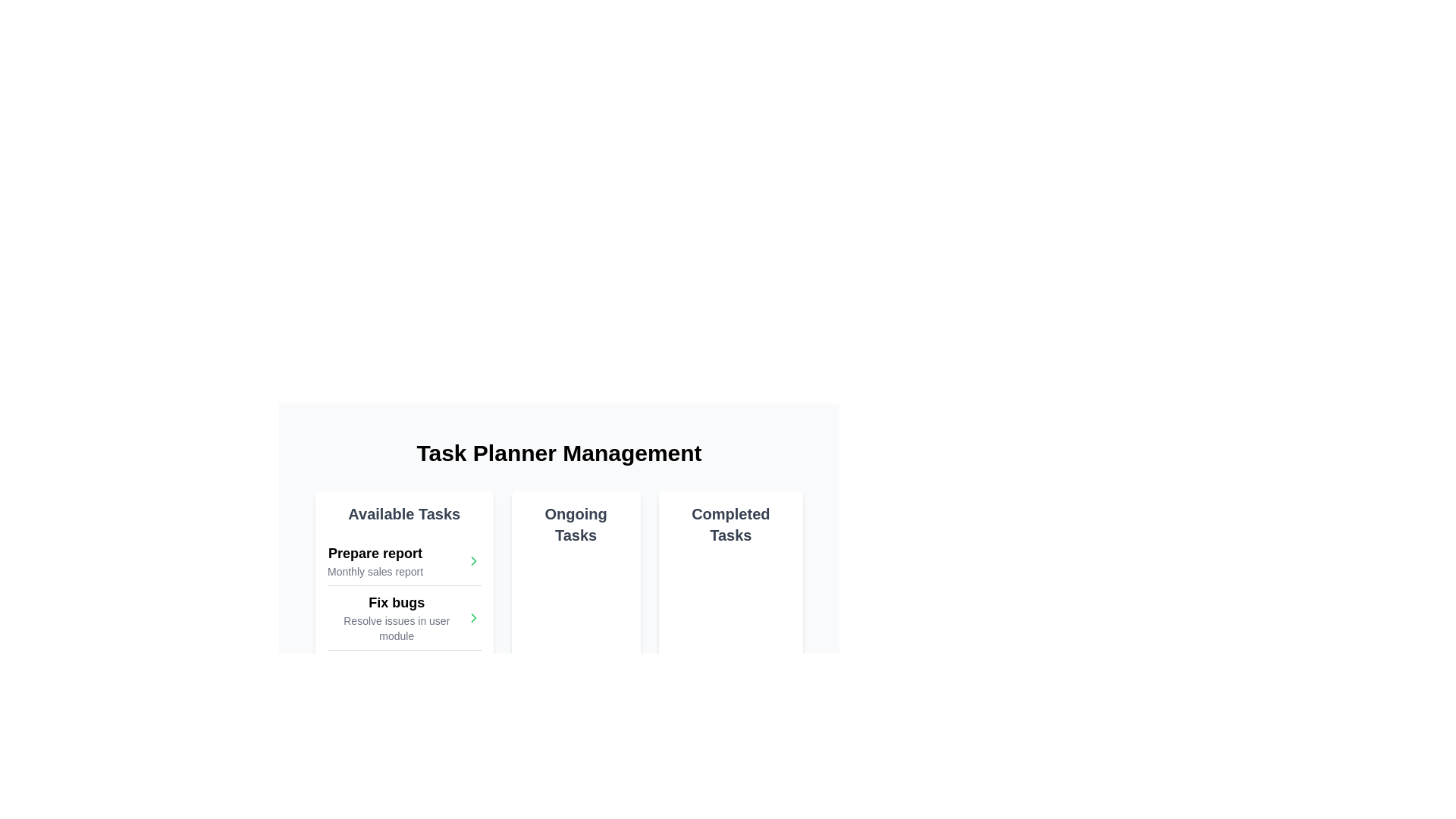 The image size is (1456, 819). What do you see at coordinates (404, 513) in the screenshot?
I see `the static title label at the top of the task management card, which indicates the purpose of the section below it` at bounding box center [404, 513].